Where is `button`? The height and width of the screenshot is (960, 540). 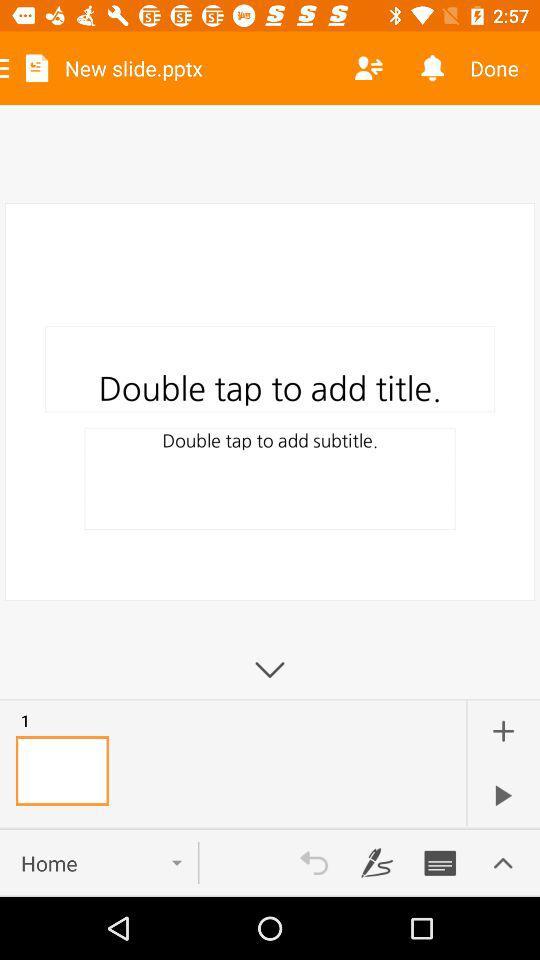
button is located at coordinates (440, 862).